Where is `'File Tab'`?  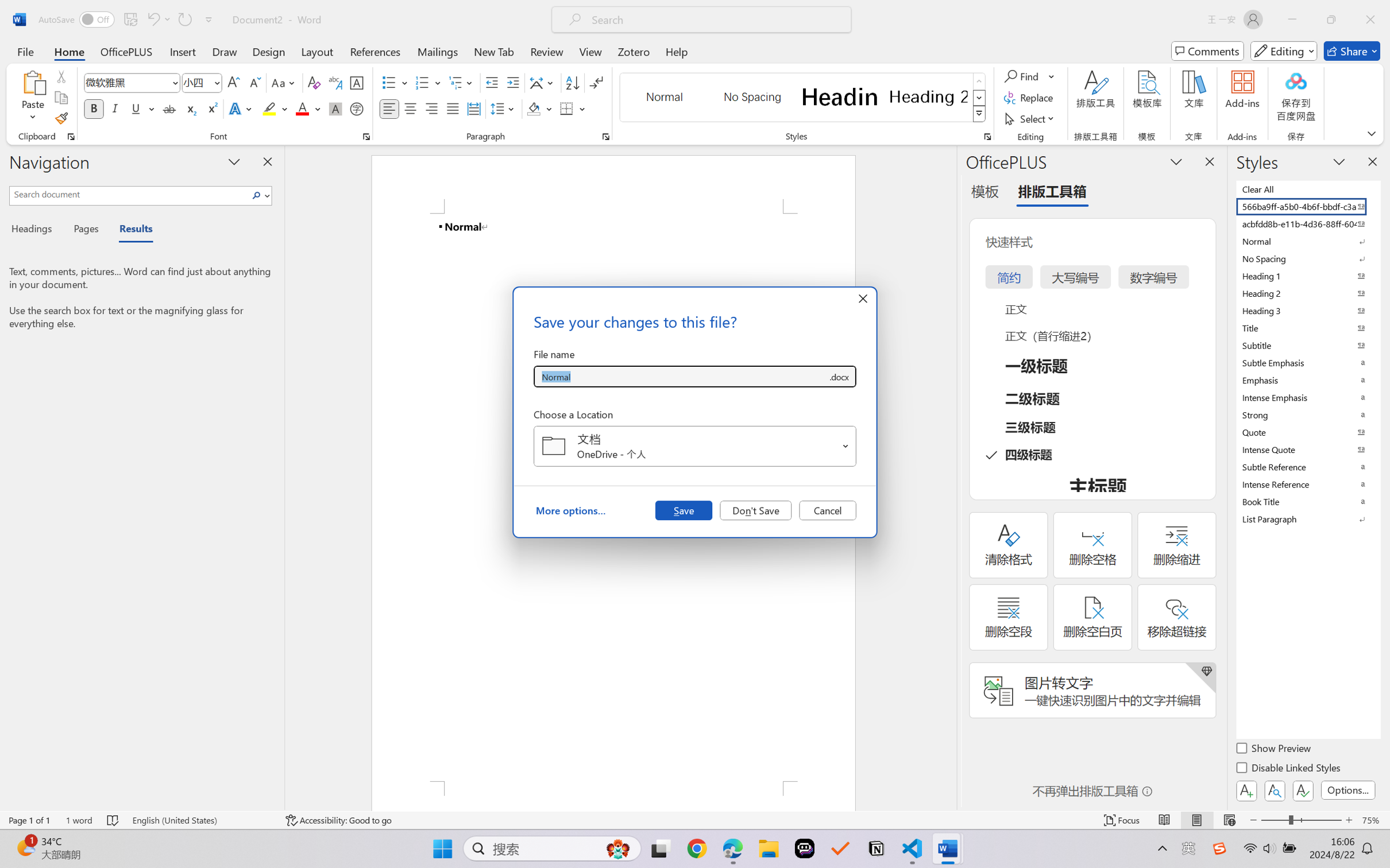 'File Tab' is located at coordinates (25, 51).